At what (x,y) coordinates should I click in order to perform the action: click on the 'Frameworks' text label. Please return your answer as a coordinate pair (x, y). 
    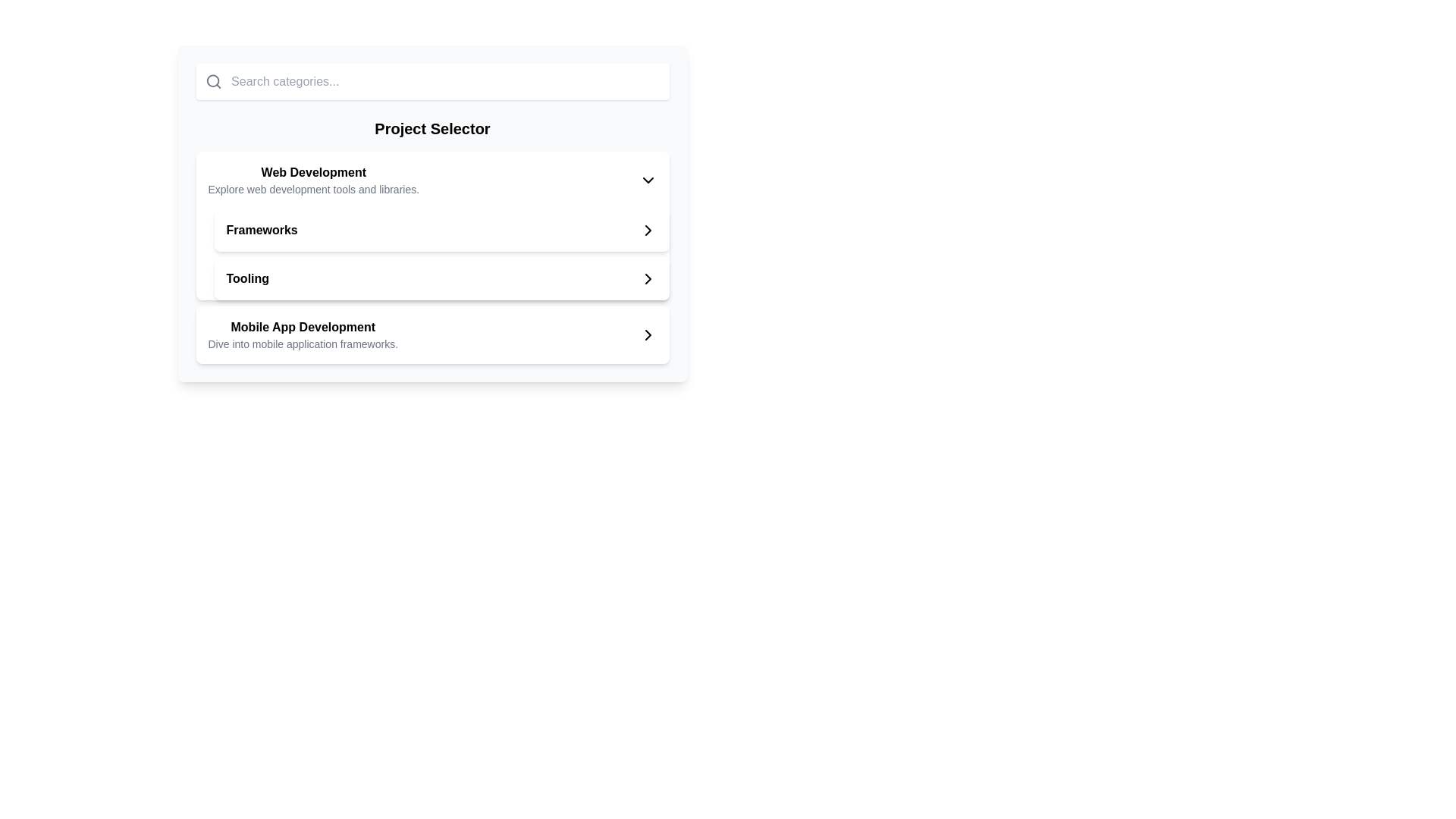
    Looking at the image, I should click on (262, 231).